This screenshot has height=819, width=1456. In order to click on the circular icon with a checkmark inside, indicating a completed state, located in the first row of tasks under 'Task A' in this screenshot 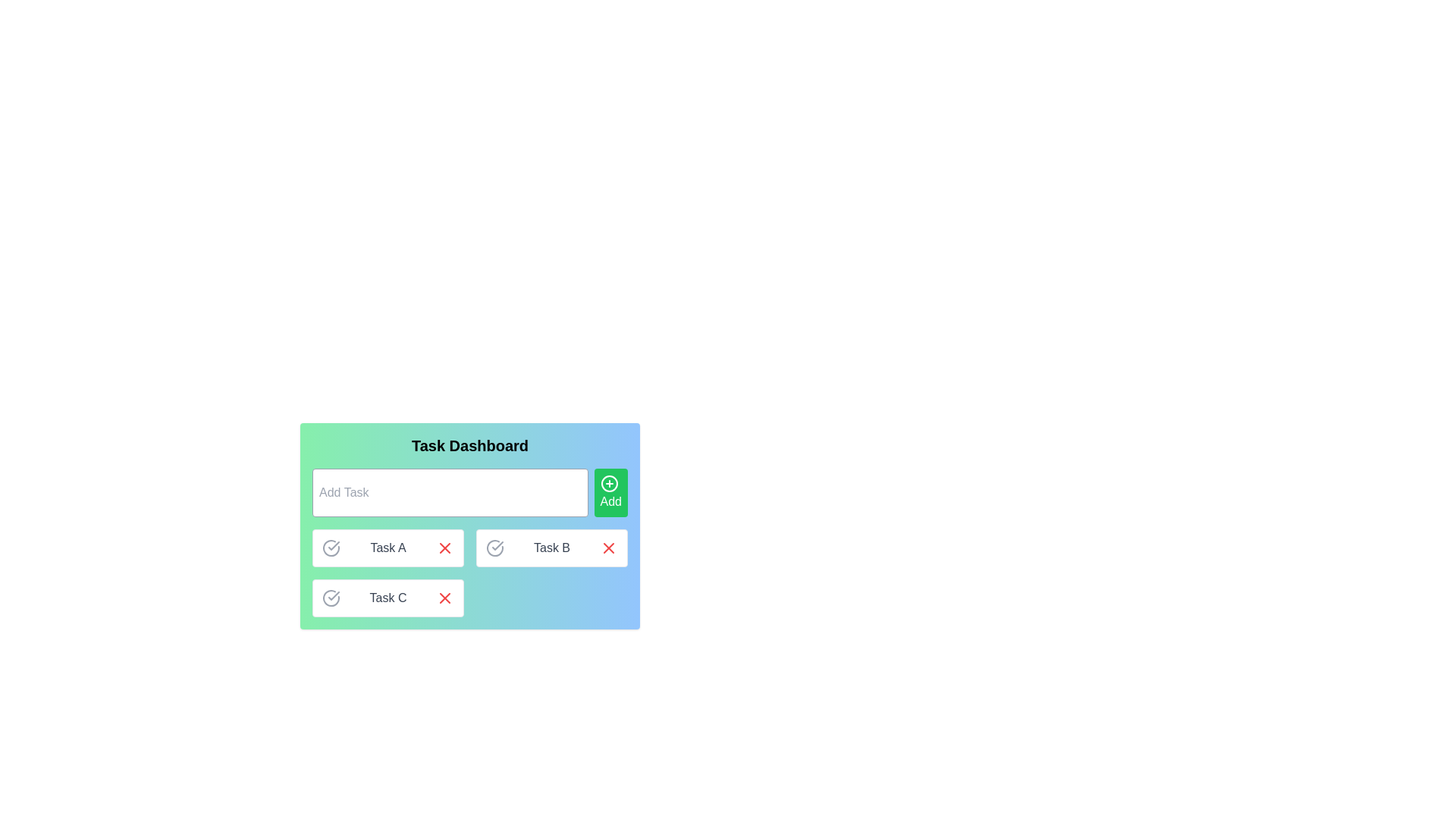, I will do `click(330, 548)`.